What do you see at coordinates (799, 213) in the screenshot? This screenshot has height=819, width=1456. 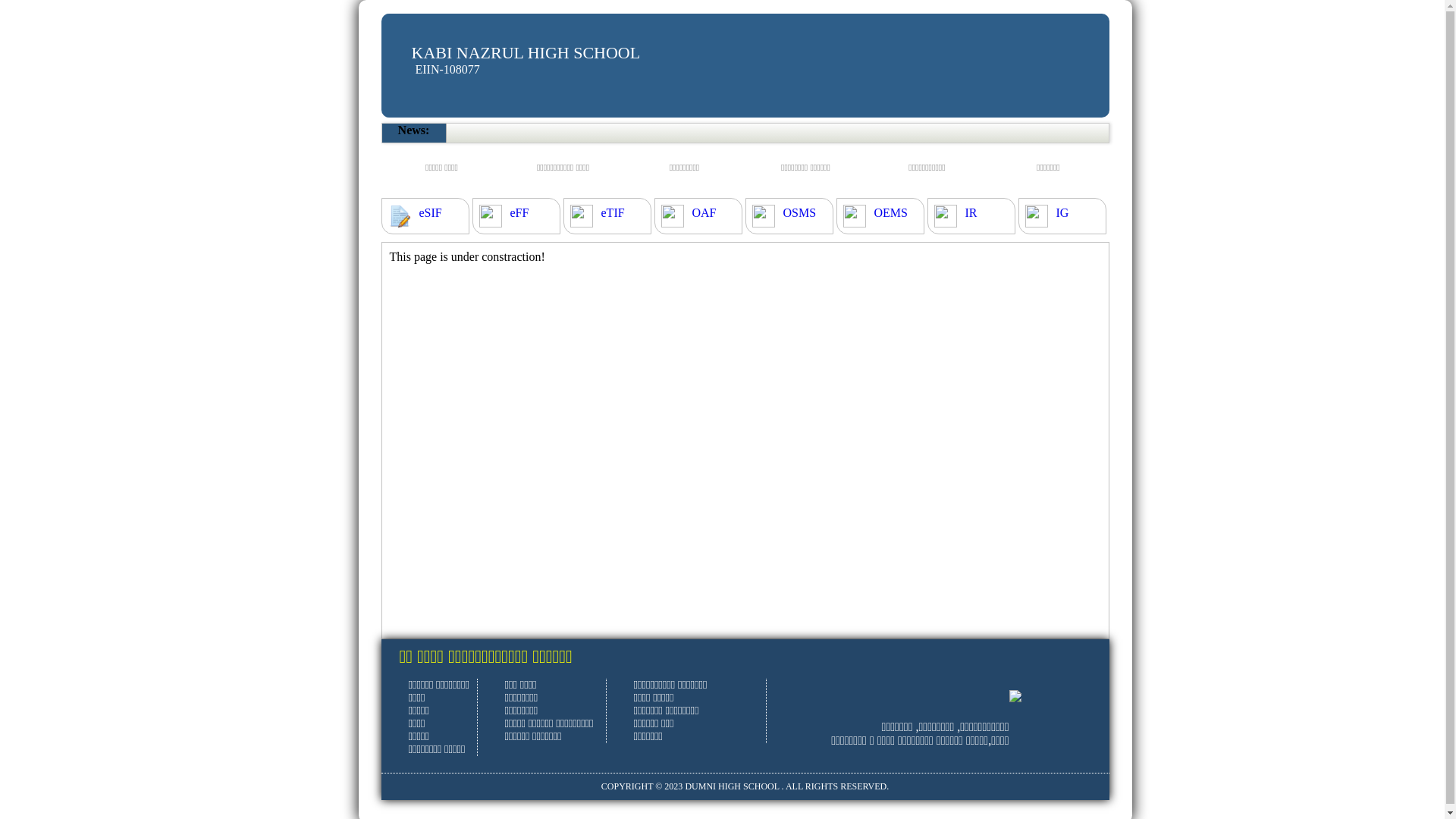 I see `'OSMS'` at bounding box center [799, 213].